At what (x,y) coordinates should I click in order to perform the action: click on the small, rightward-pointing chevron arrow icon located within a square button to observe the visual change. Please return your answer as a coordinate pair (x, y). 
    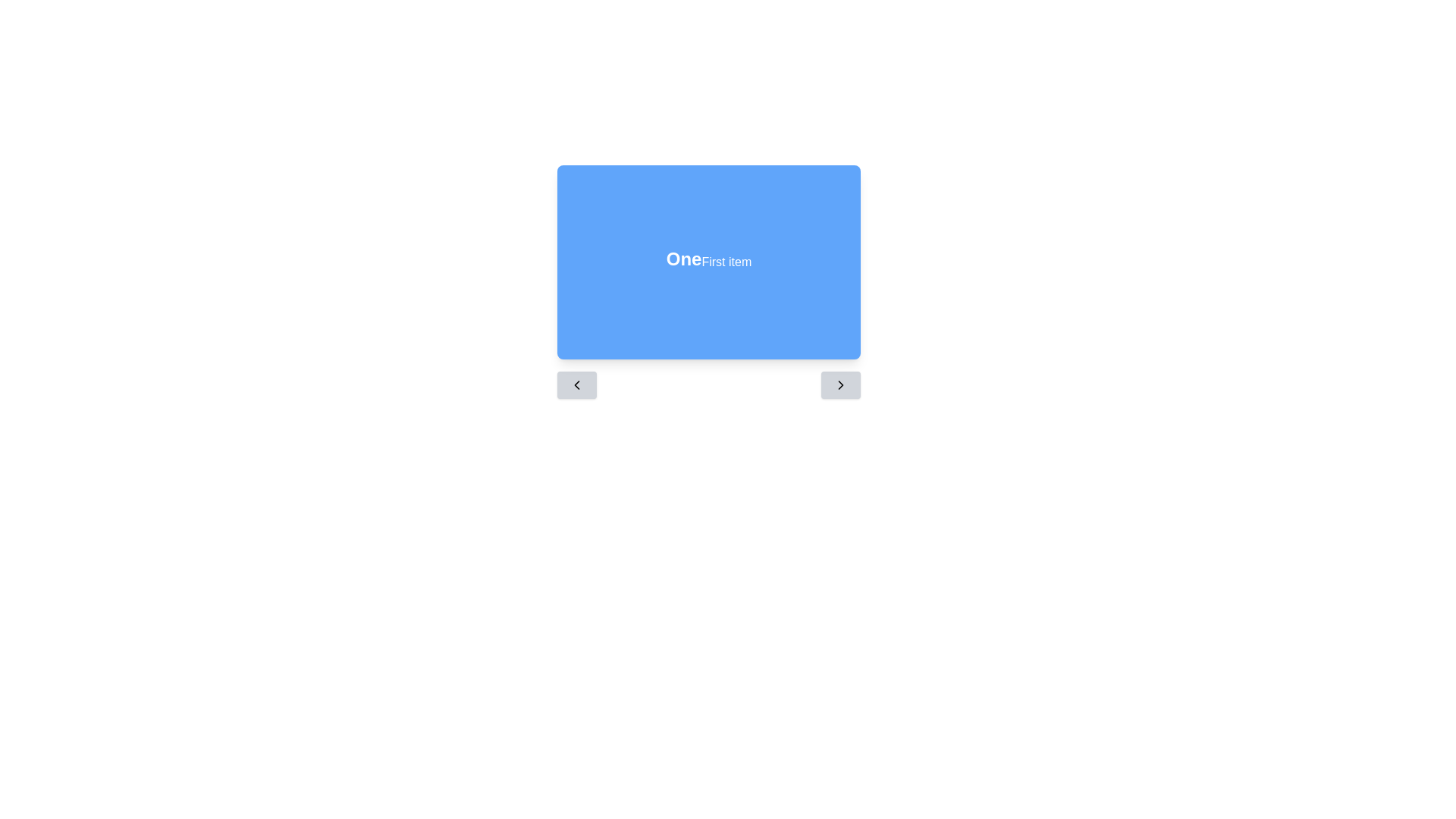
    Looking at the image, I should click on (839, 384).